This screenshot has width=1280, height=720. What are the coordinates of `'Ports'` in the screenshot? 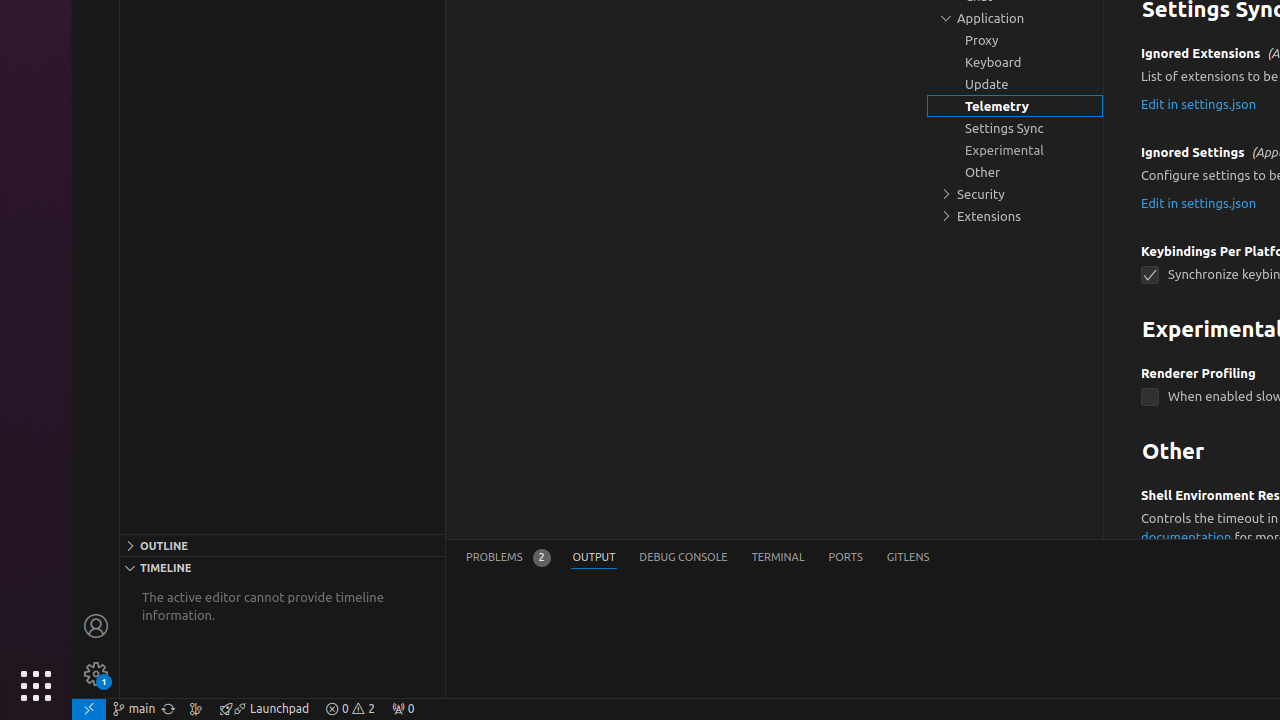 It's located at (845, 557).